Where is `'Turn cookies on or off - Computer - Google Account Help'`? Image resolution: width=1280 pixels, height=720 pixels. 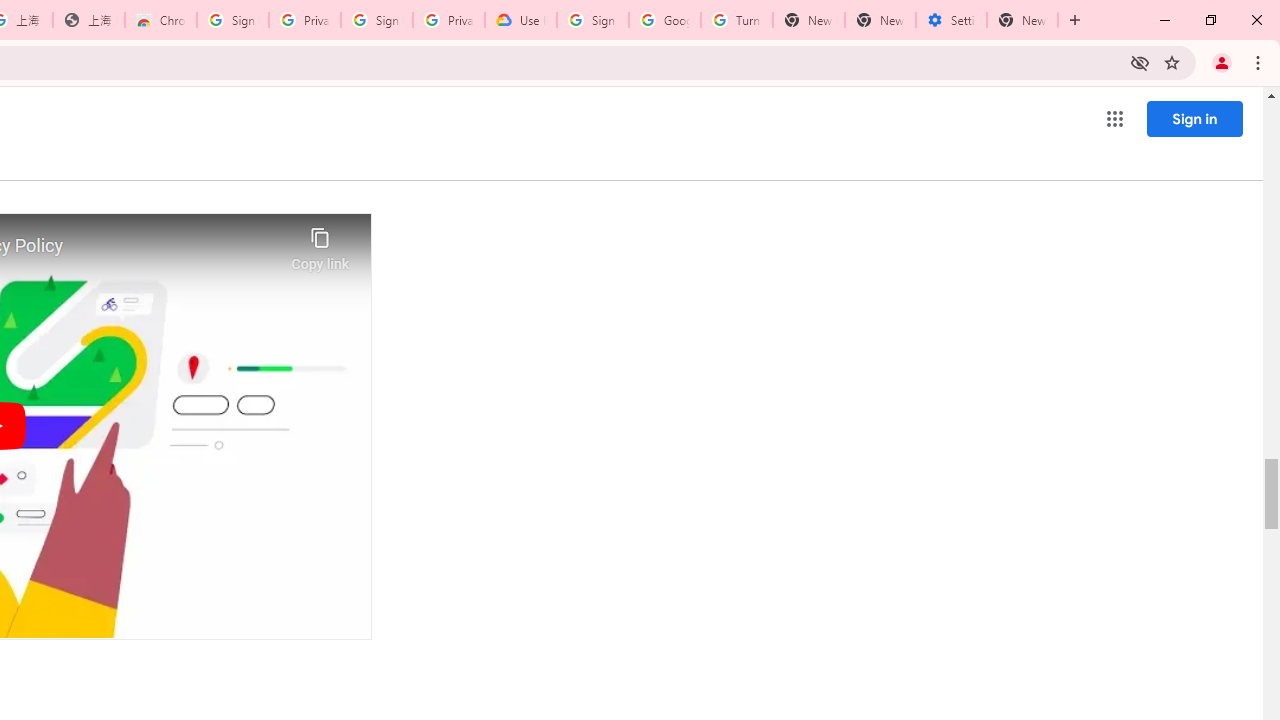
'Turn cookies on or off - Computer - Google Account Help' is located at coordinates (736, 20).